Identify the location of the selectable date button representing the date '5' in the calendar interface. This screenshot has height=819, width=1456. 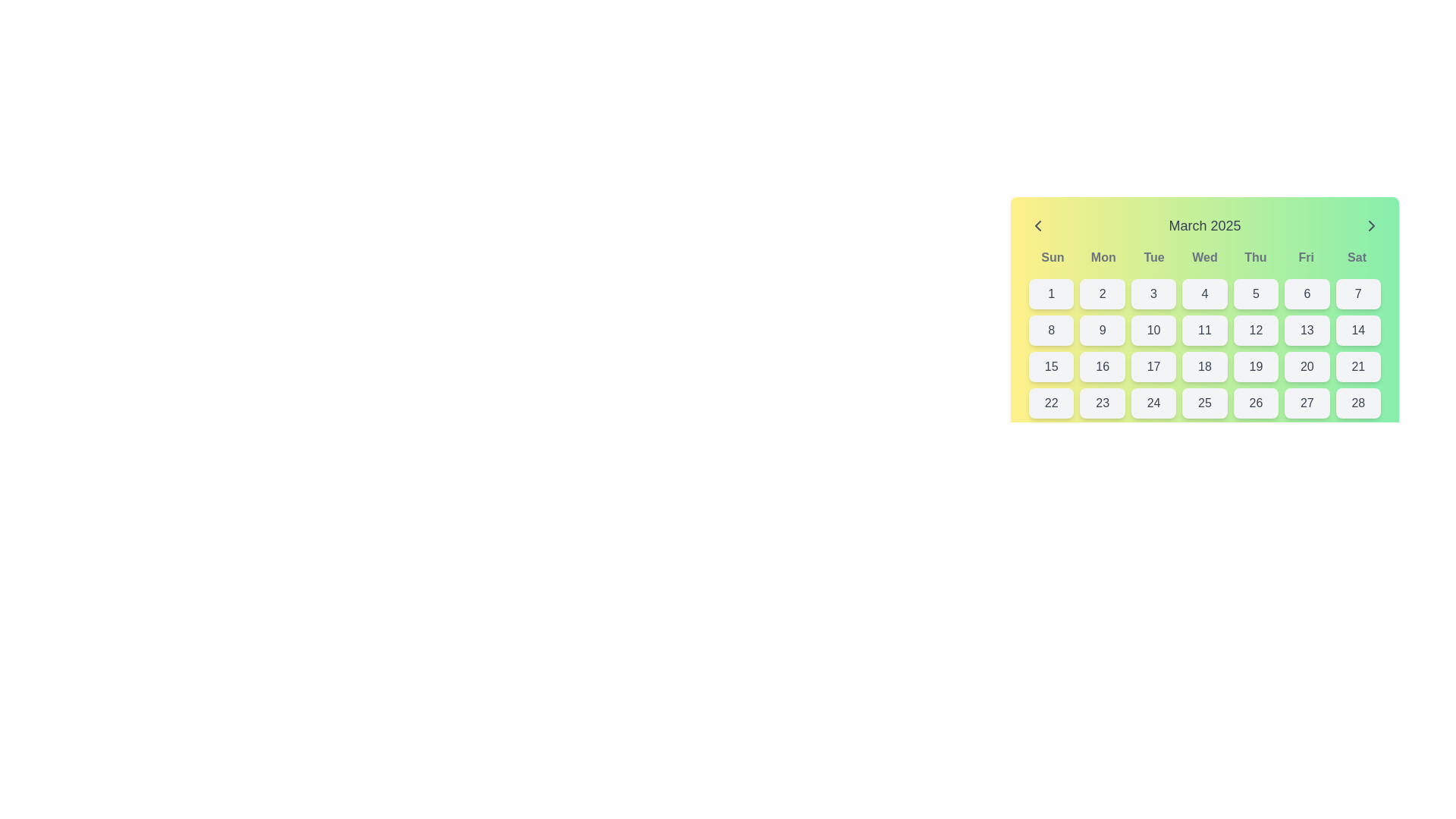
(1256, 294).